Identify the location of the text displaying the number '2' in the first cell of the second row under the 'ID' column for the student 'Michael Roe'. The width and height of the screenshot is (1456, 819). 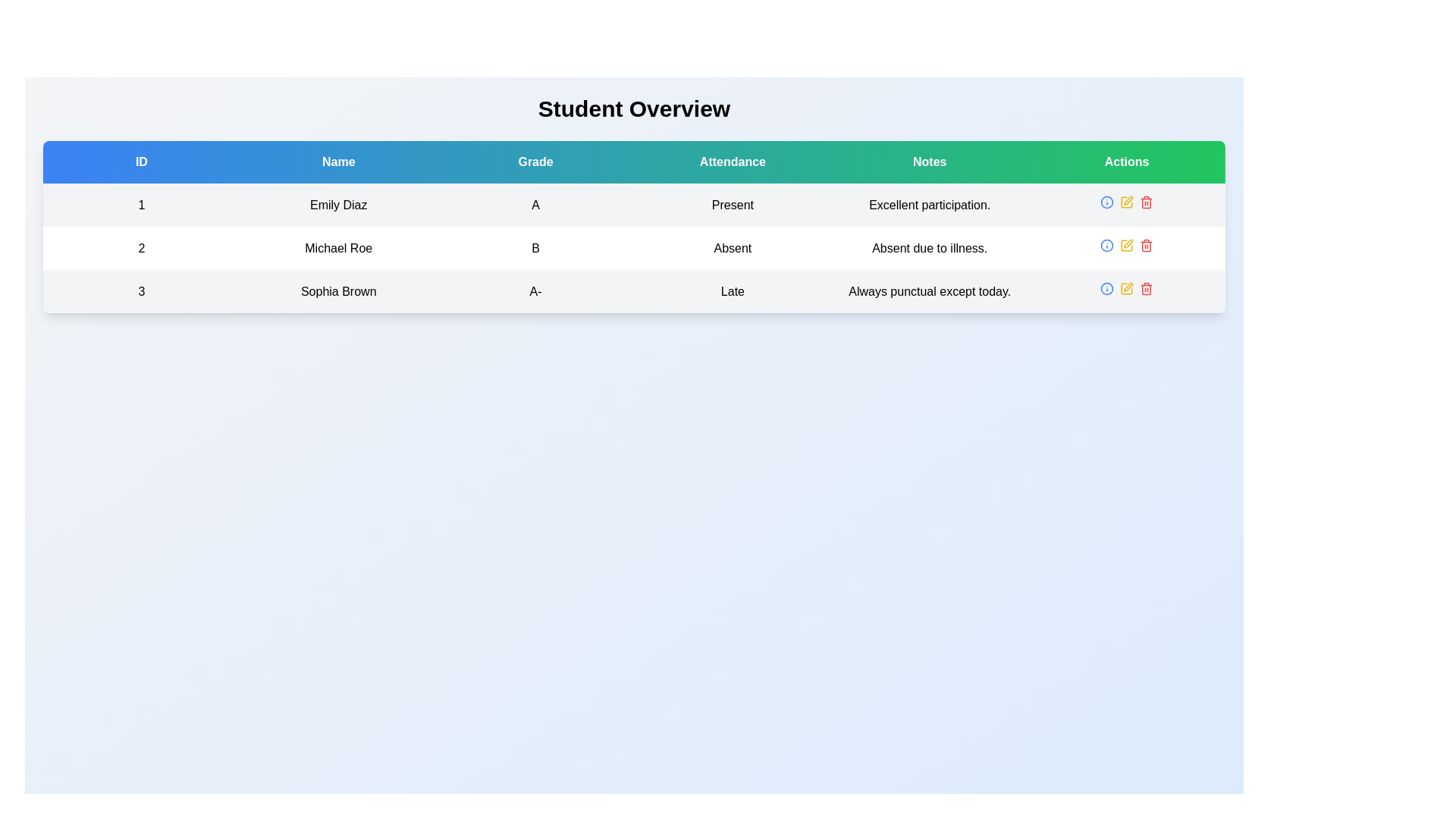
(141, 247).